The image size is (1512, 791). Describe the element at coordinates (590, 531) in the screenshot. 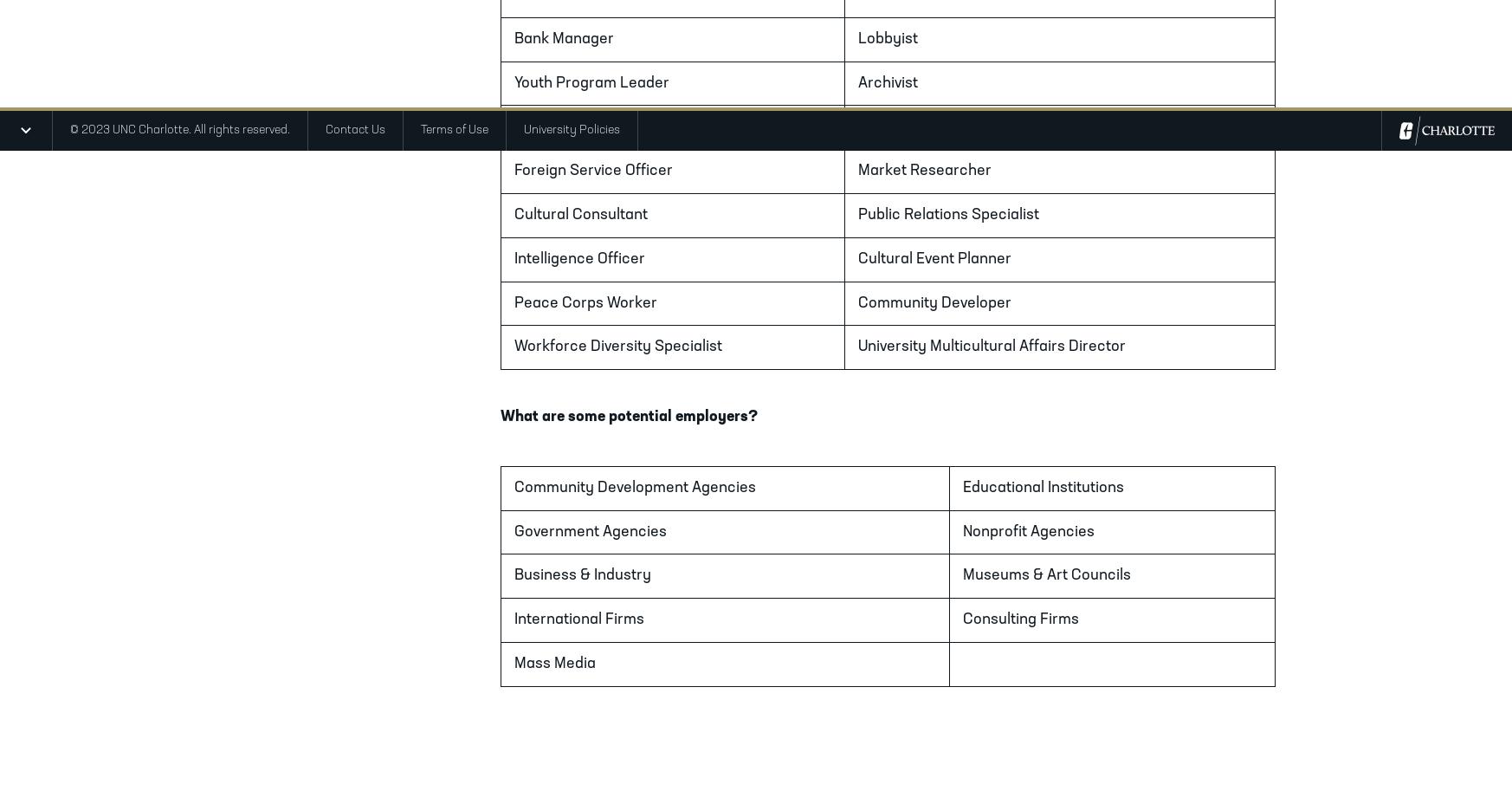

I see `'Government Agencies'` at that location.